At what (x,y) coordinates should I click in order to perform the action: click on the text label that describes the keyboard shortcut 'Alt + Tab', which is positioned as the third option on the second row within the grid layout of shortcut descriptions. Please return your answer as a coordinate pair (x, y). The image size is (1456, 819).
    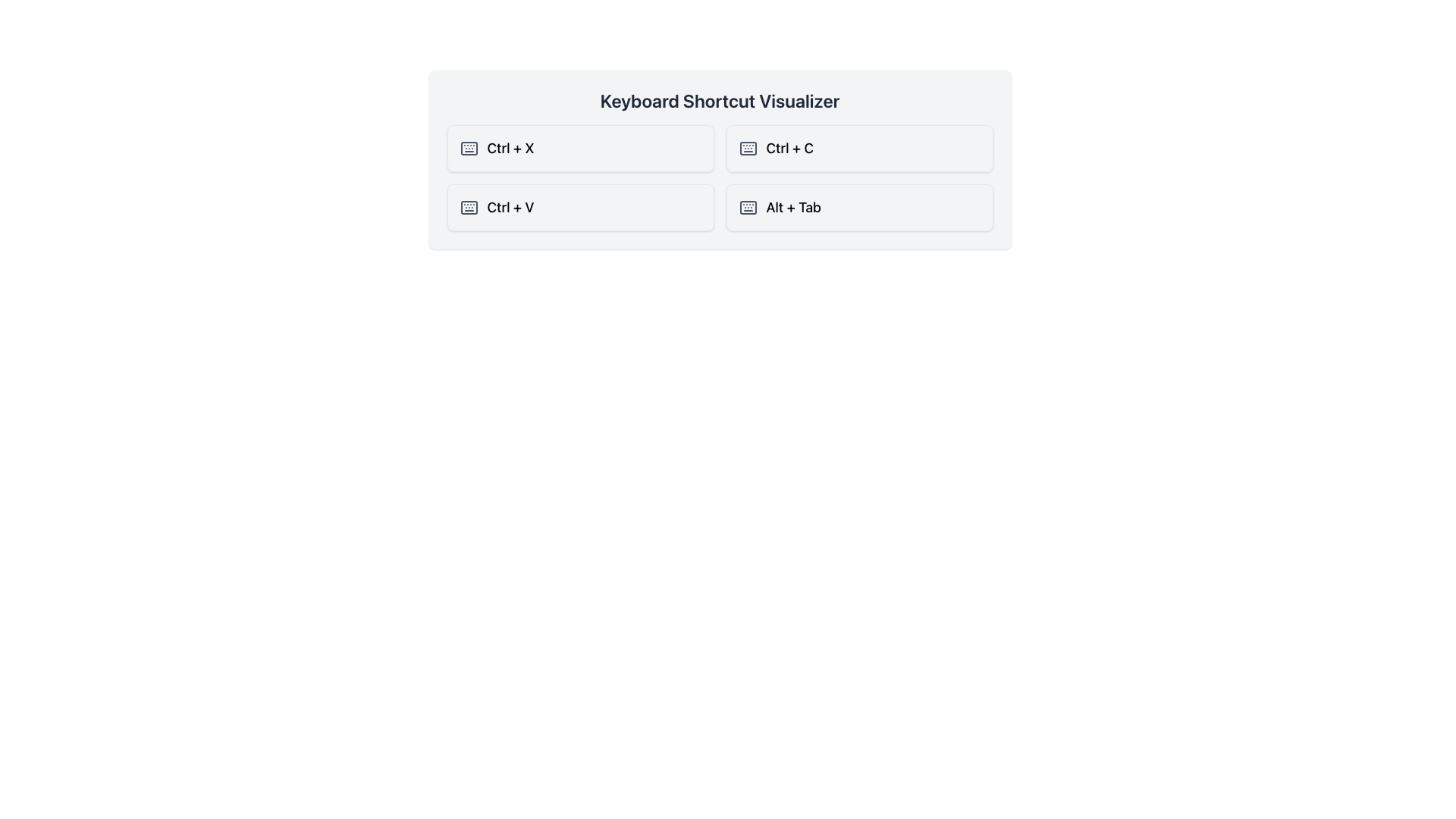
    Looking at the image, I should click on (792, 207).